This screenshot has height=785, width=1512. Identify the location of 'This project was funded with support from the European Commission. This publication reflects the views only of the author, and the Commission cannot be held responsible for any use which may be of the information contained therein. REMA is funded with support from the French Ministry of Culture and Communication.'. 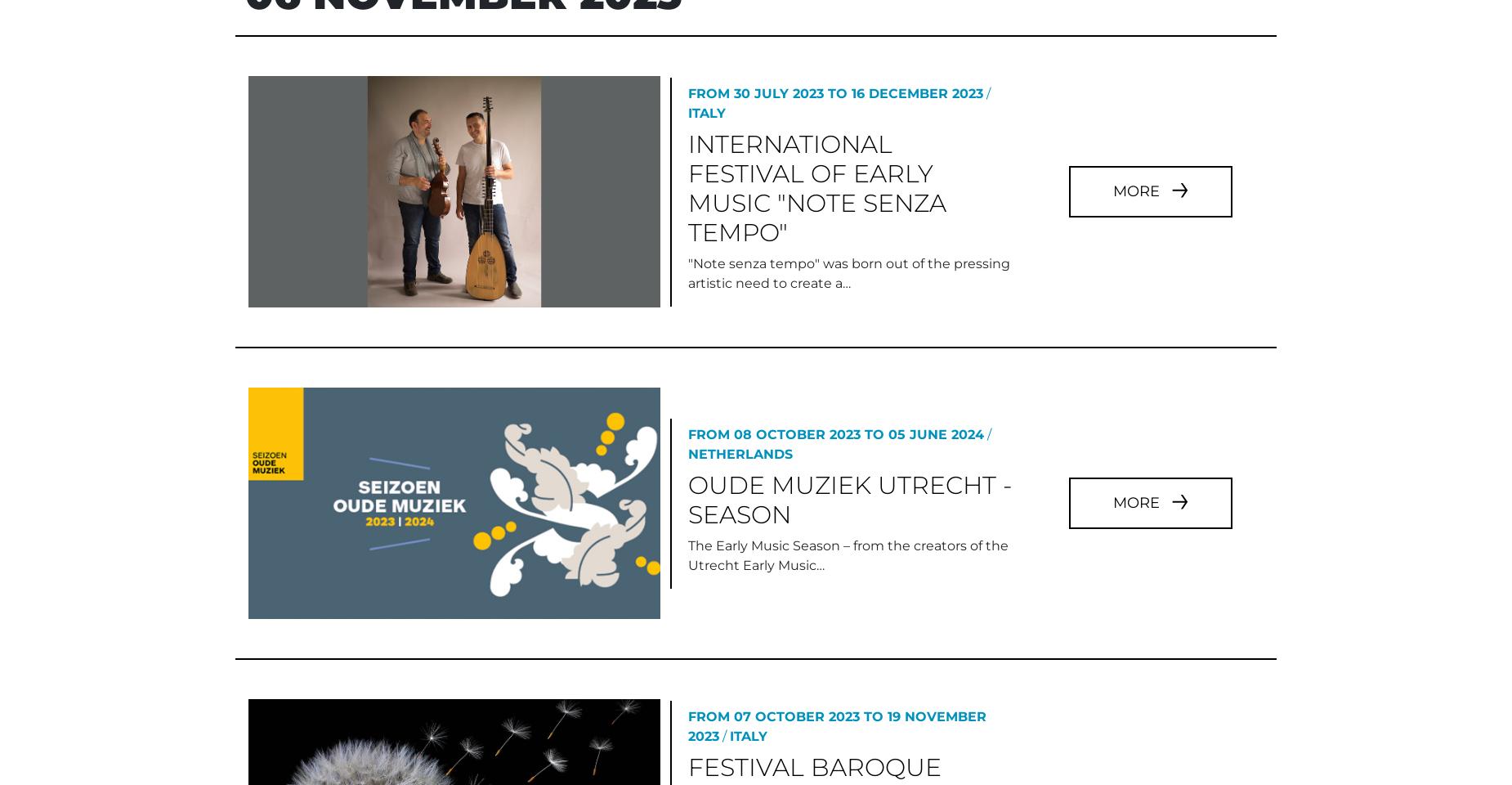
(225, 480).